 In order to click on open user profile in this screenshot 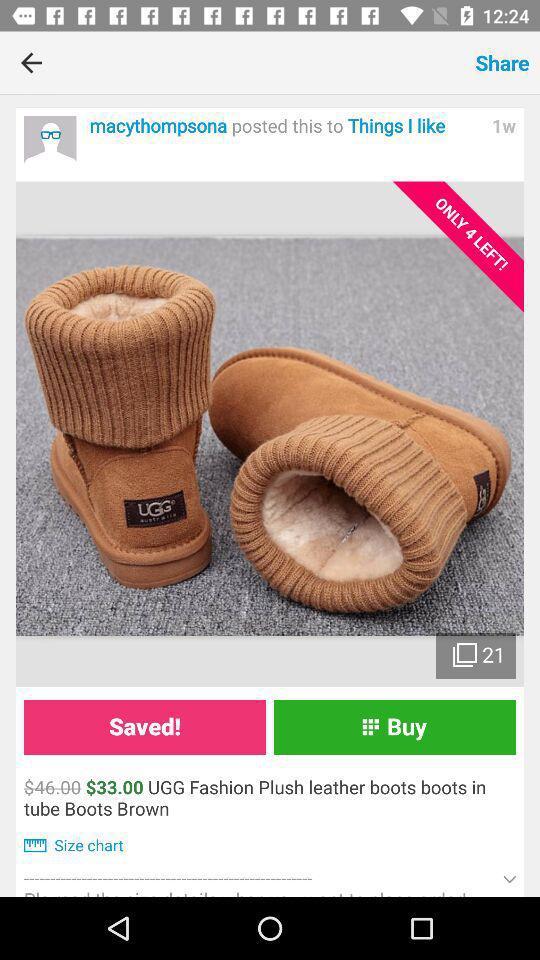, I will do `click(50, 141)`.